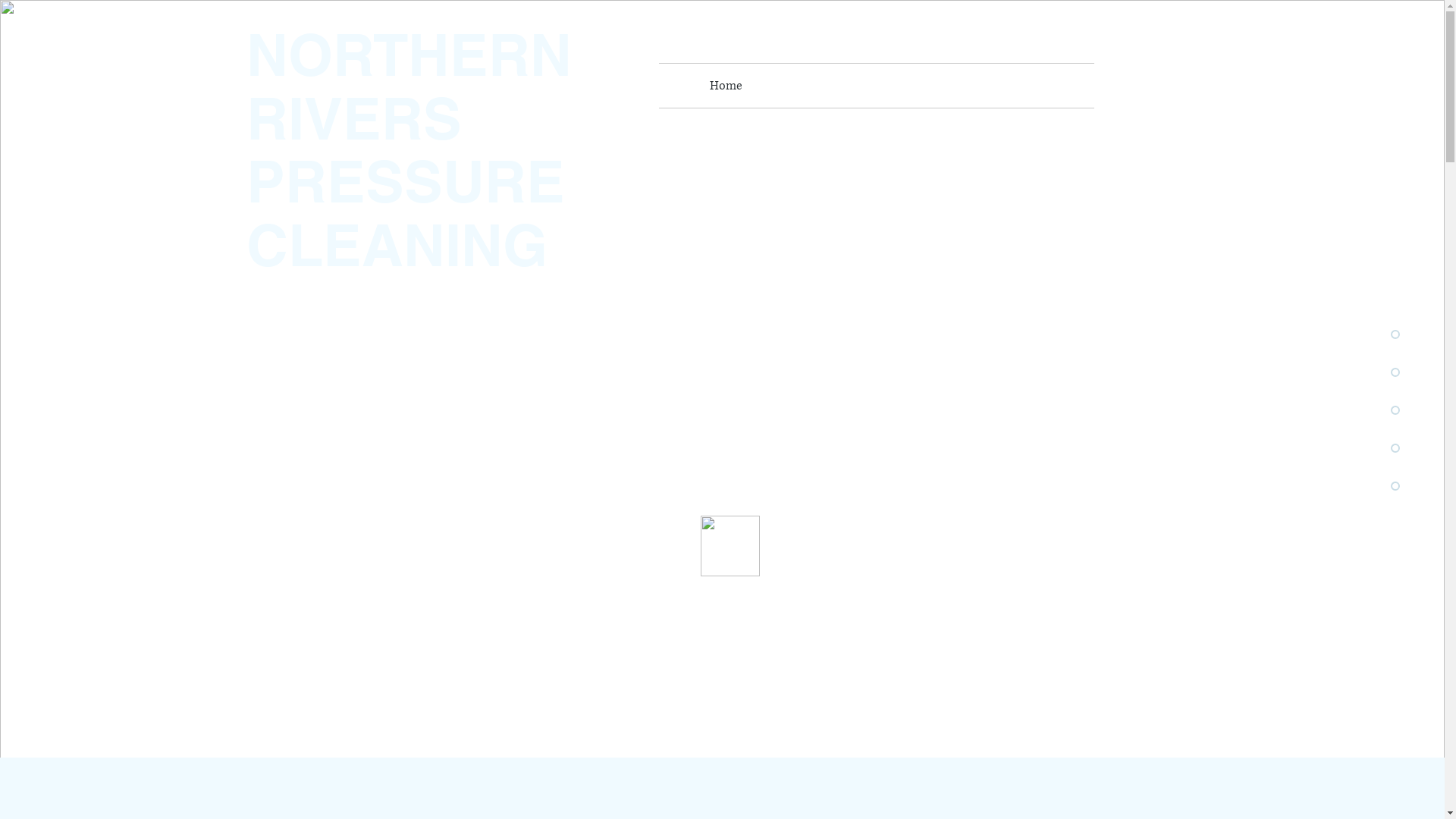  I want to click on 'NRPC', so click(846, 85).